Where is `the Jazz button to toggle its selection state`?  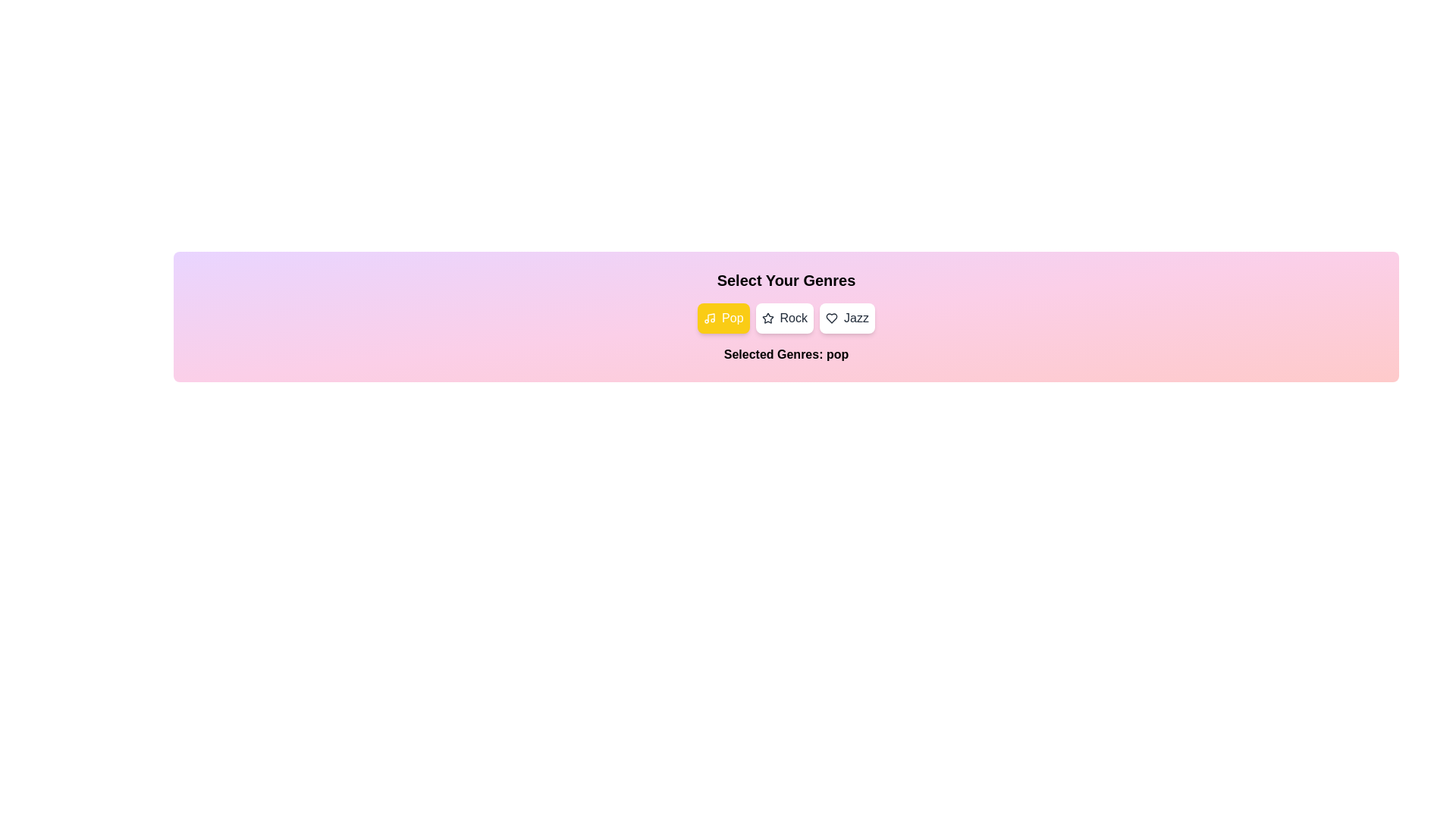 the Jazz button to toggle its selection state is located at coordinates (846, 318).